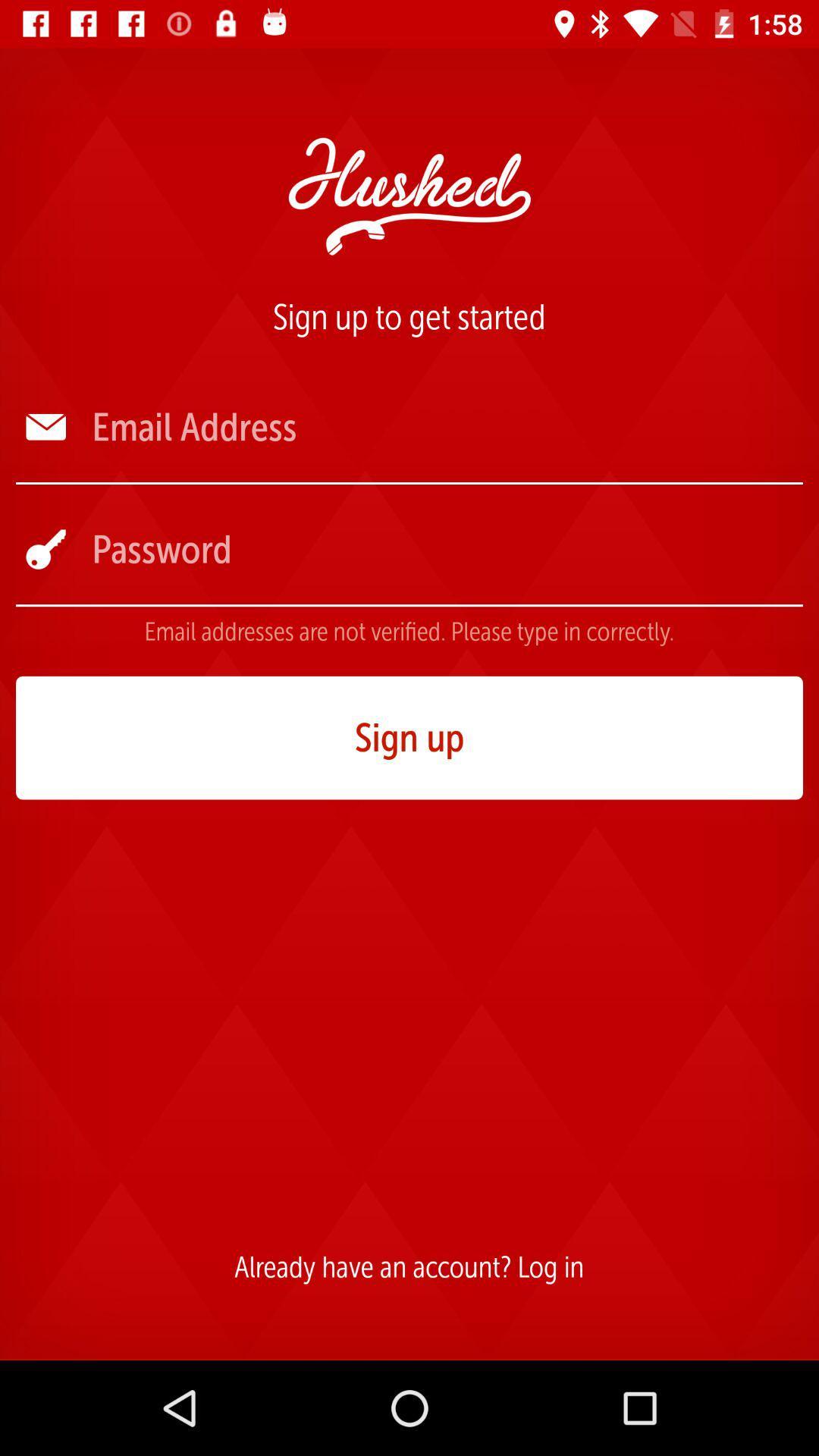 The width and height of the screenshot is (819, 1456). Describe the element at coordinates (445, 548) in the screenshot. I see `password` at that location.